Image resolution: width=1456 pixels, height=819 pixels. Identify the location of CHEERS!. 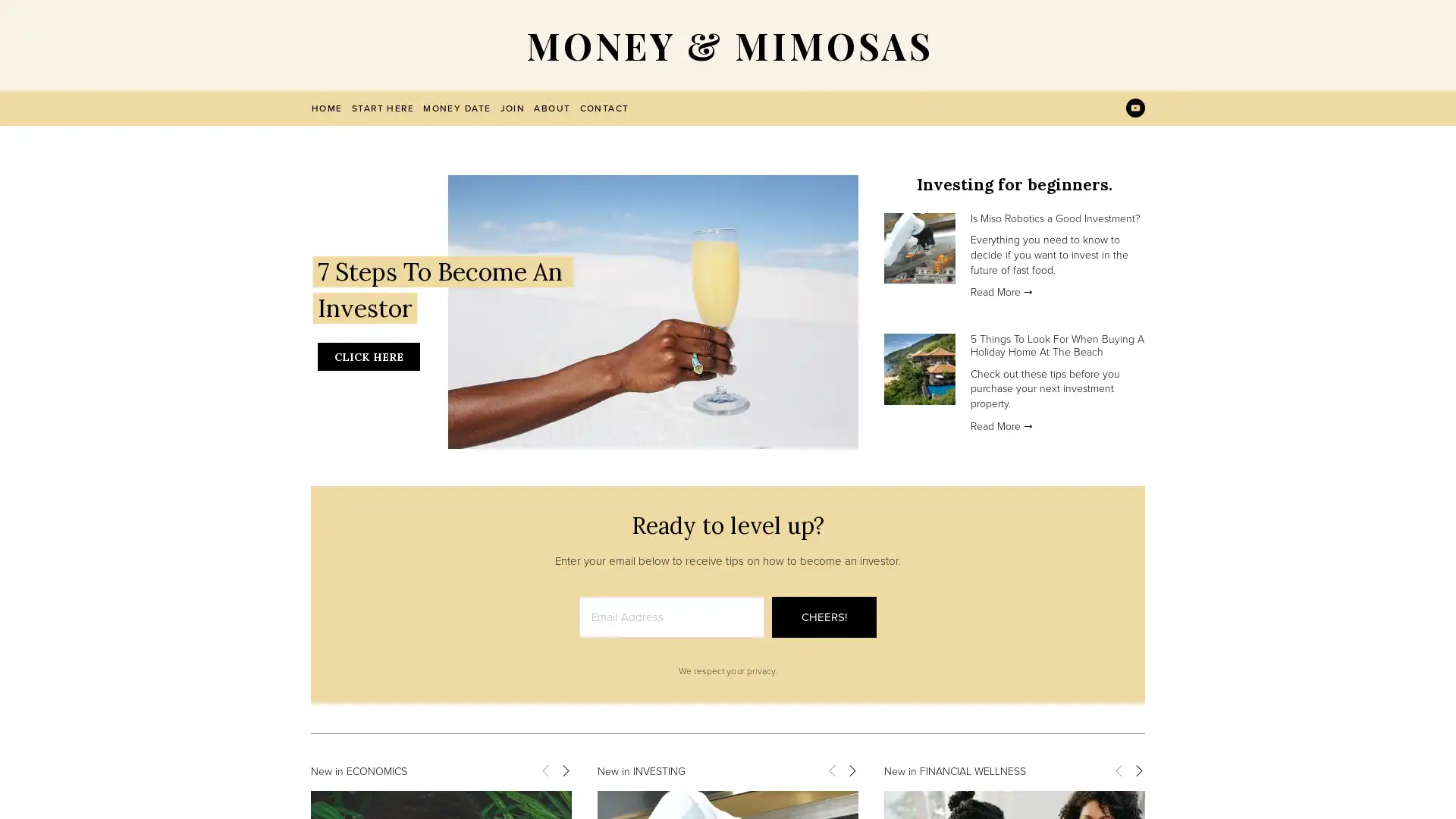
(823, 617).